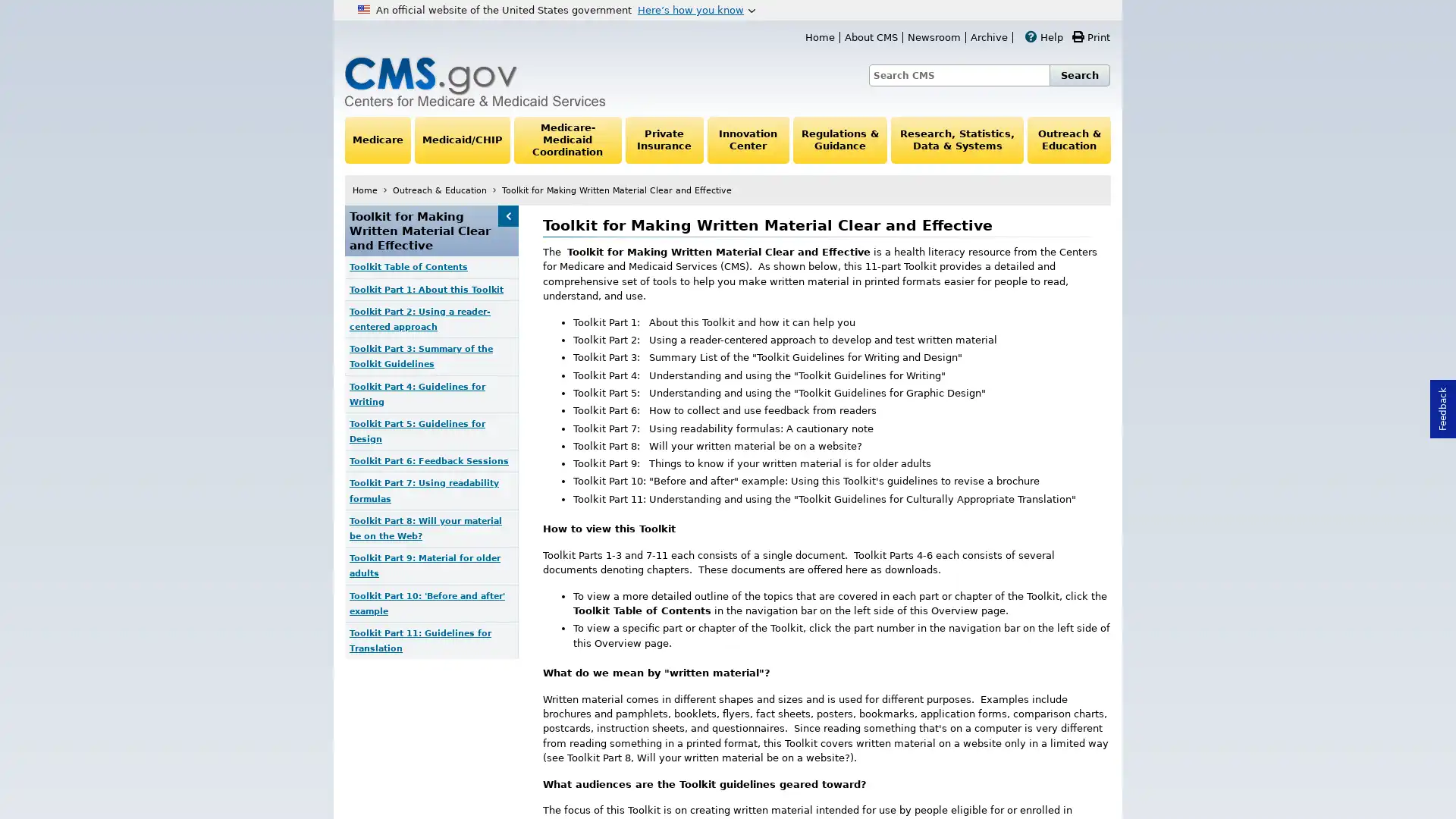 The height and width of the screenshot is (819, 1456). What do you see at coordinates (695, 9) in the screenshot?
I see `Heres how you know` at bounding box center [695, 9].